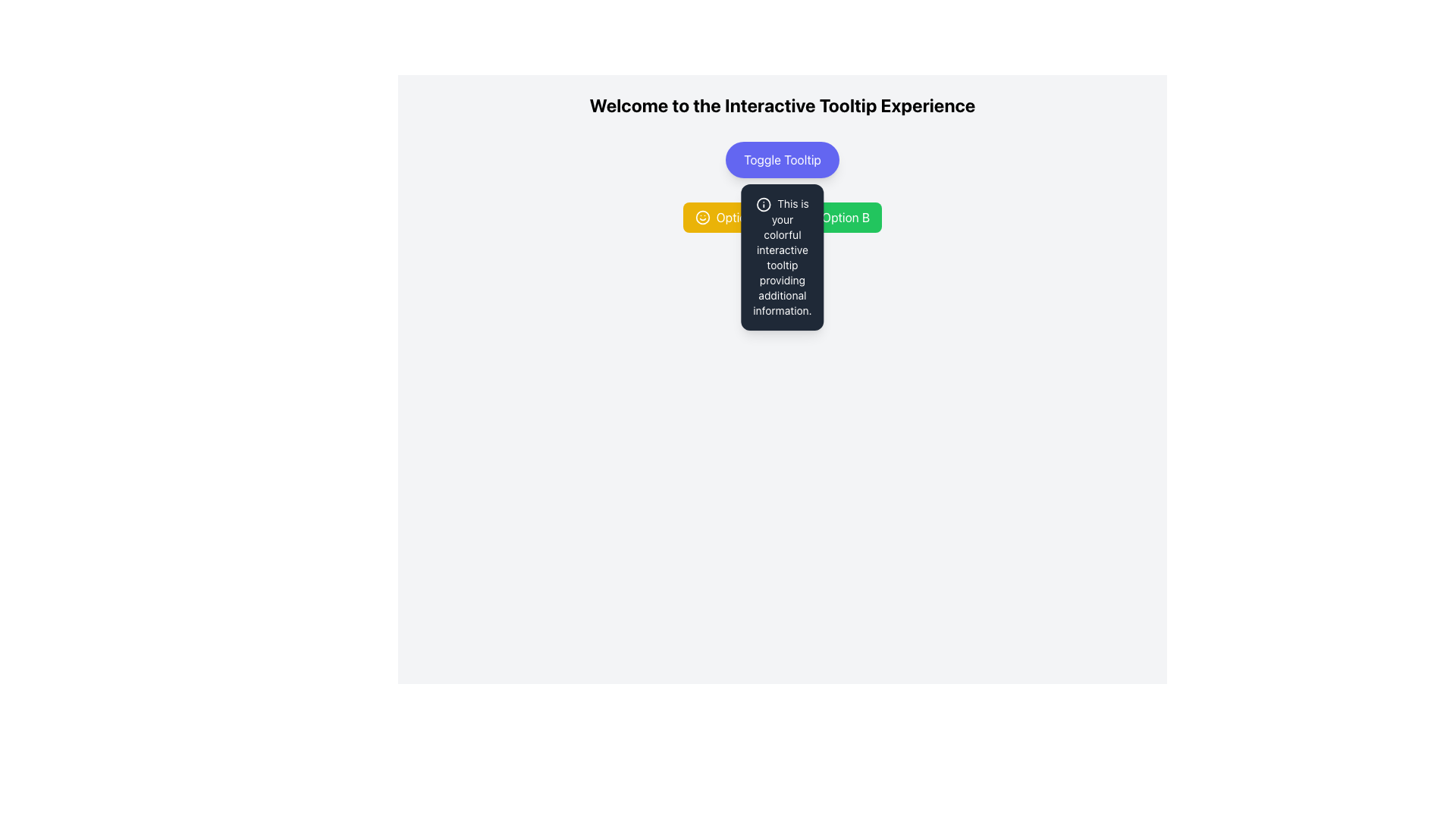 This screenshot has height=819, width=1456. Describe the element at coordinates (783, 256) in the screenshot. I see `the tooltip that provides contextual information located below the 'Toggle Tooltip' button, which is horizontally centered with it` at that location.